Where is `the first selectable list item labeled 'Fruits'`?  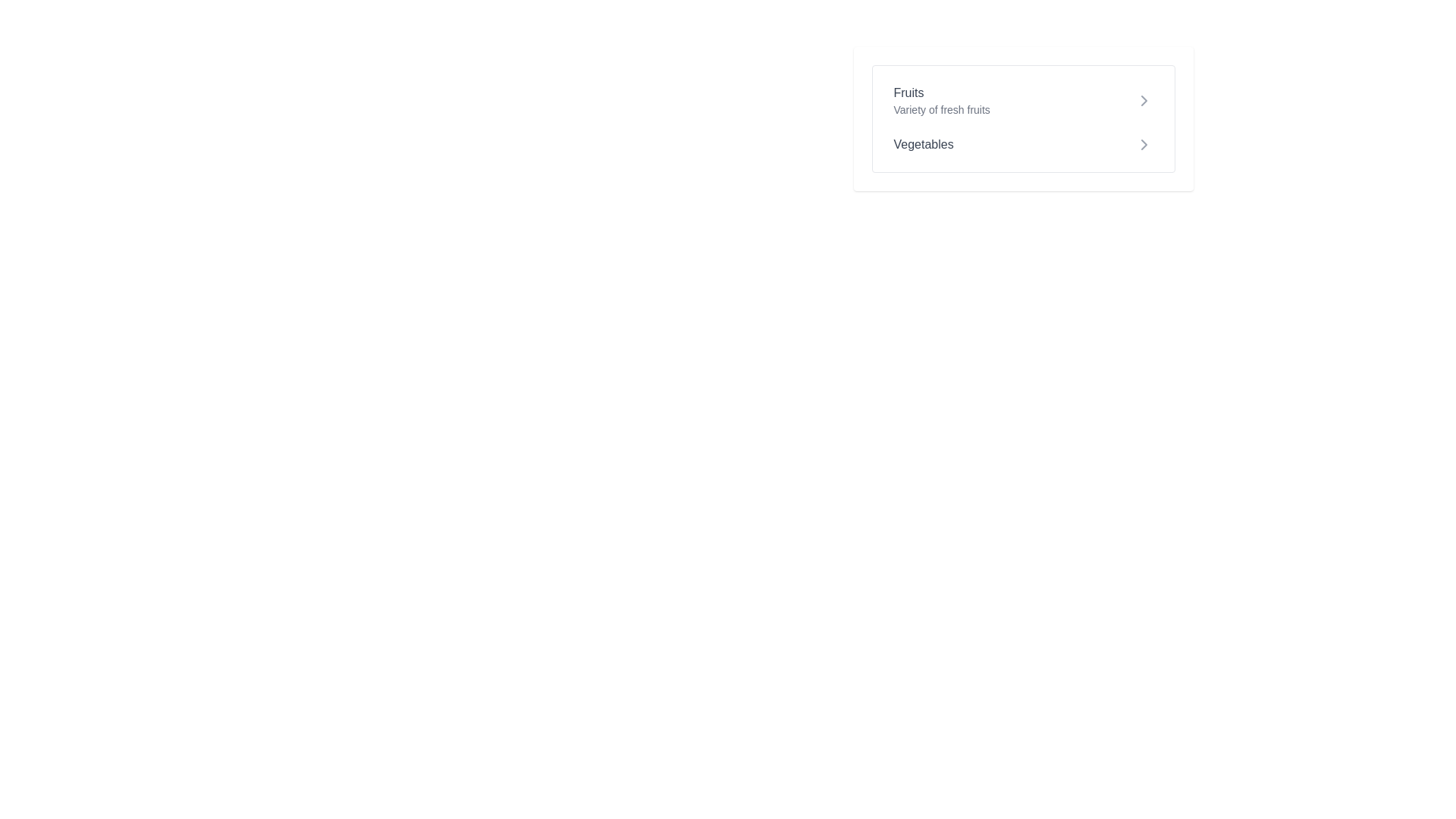
the first selectable list item labeled 'Fruits' is located at coordinates (1023, 100).